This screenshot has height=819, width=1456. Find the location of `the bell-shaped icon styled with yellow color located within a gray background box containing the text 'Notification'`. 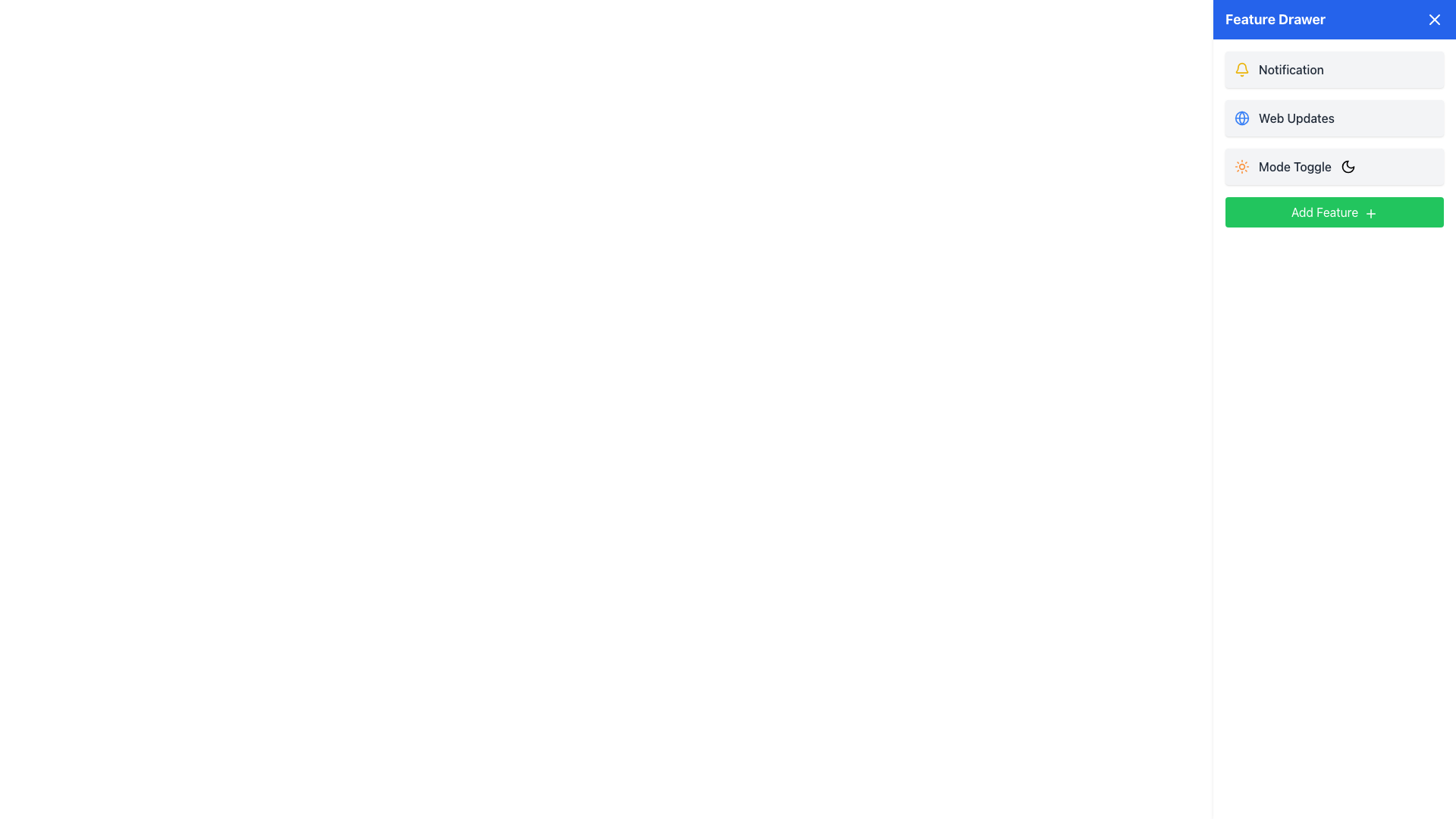

the bell-shaped icon styled with yellow color located within a gray background box containing the text 'Notification' is located at coordinates (1241, 70).